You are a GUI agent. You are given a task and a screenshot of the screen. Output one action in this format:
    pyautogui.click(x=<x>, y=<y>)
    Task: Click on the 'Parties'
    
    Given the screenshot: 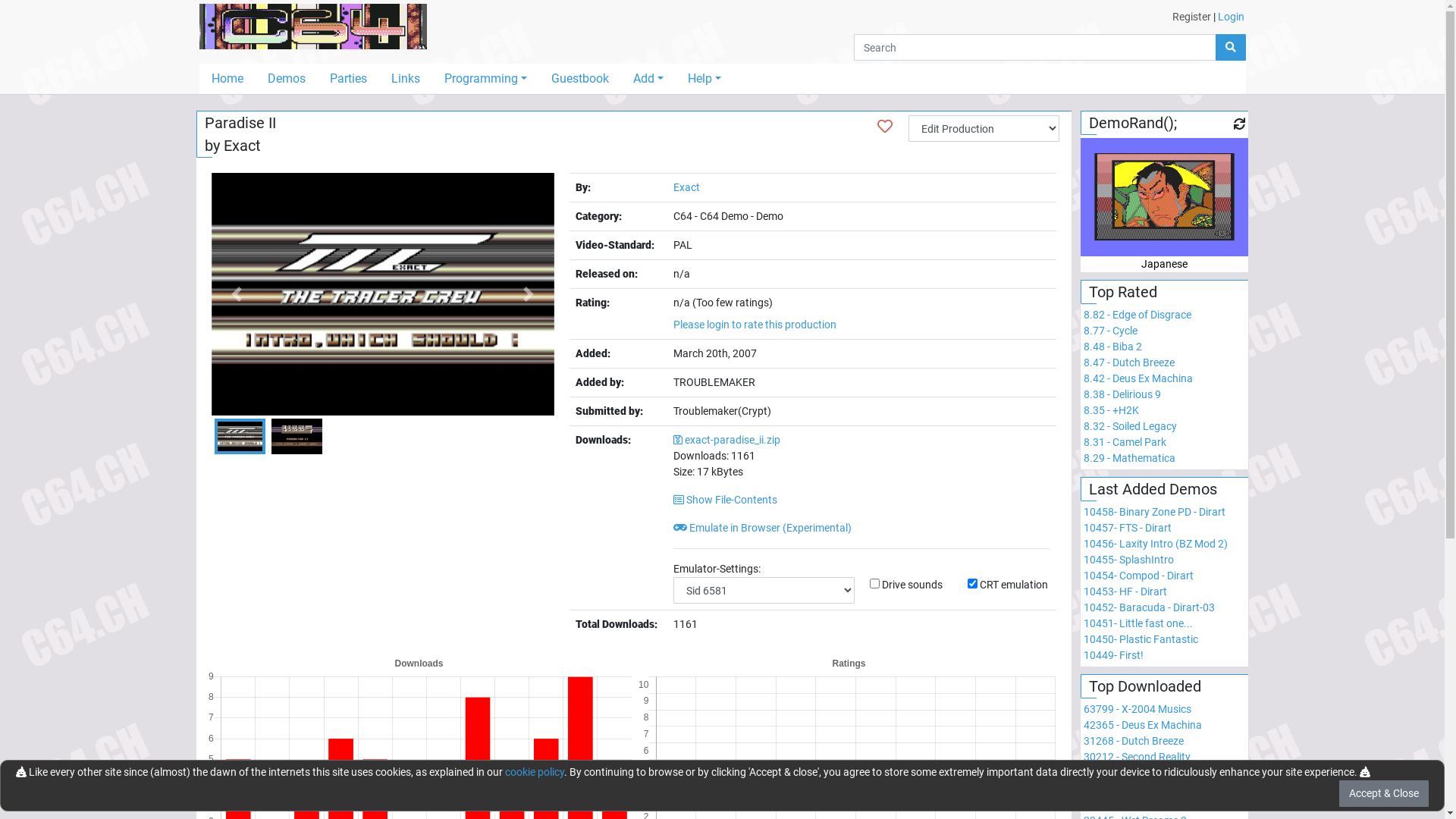 What is the action you would take?
    pyautogui.click(x=315, y=79)
    